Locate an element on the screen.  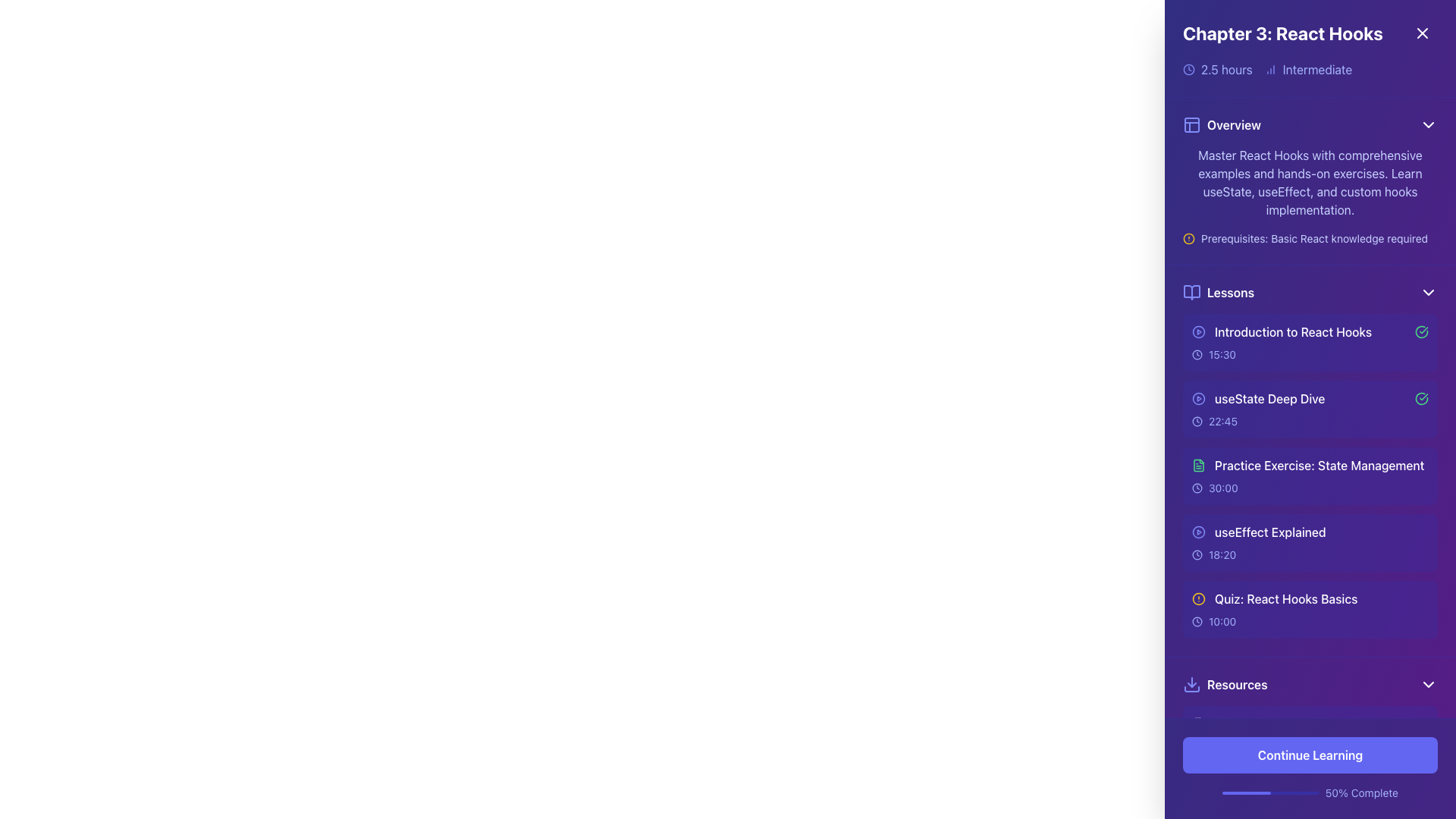
the 'Lessons' icon, which visually represents the 'Lessons' section and is located to the left of the 'Lessons' label in the section header is located at coordinates (1191, 292).